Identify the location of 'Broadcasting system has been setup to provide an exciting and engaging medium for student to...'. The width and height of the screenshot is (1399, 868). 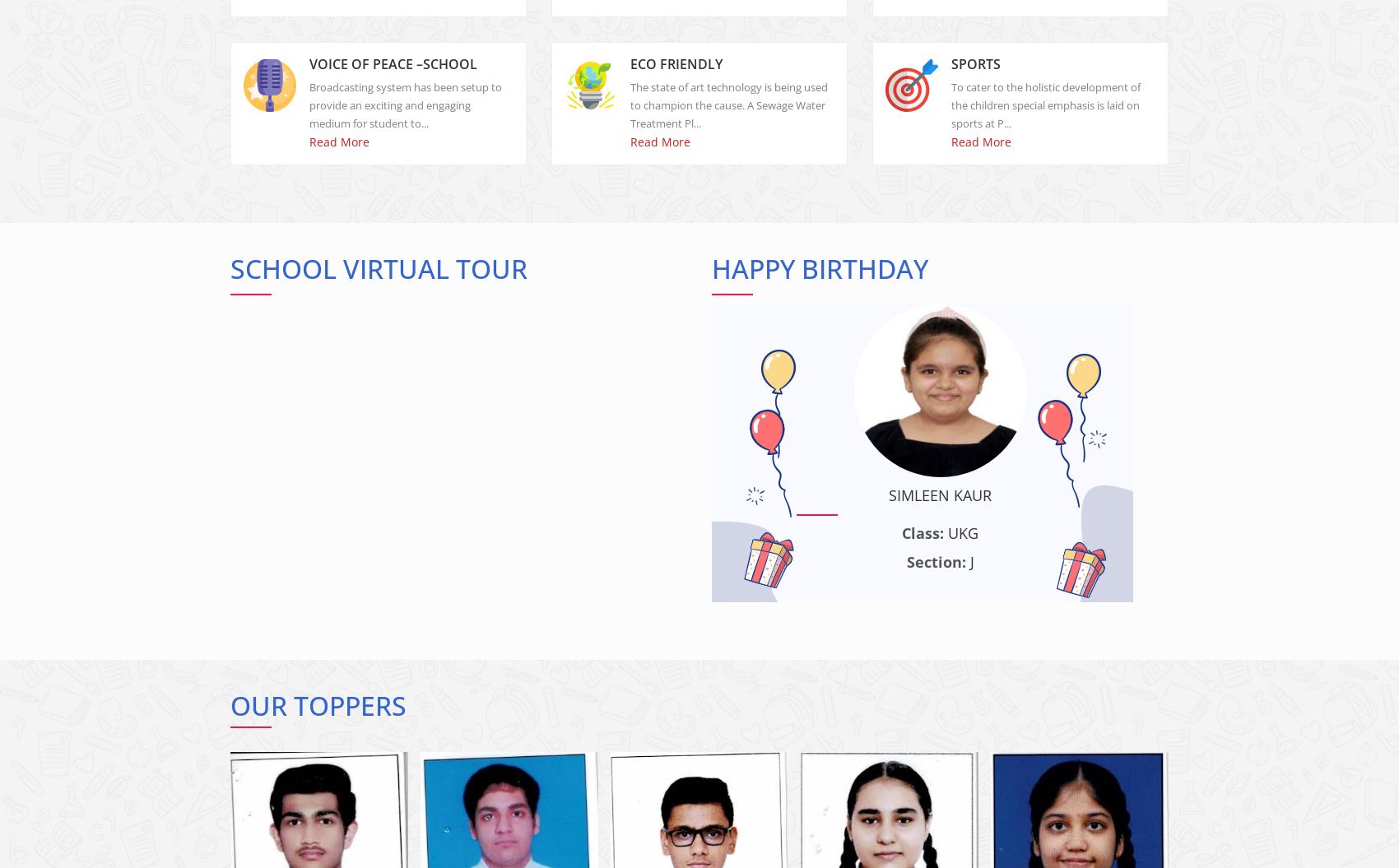
(405, 118).